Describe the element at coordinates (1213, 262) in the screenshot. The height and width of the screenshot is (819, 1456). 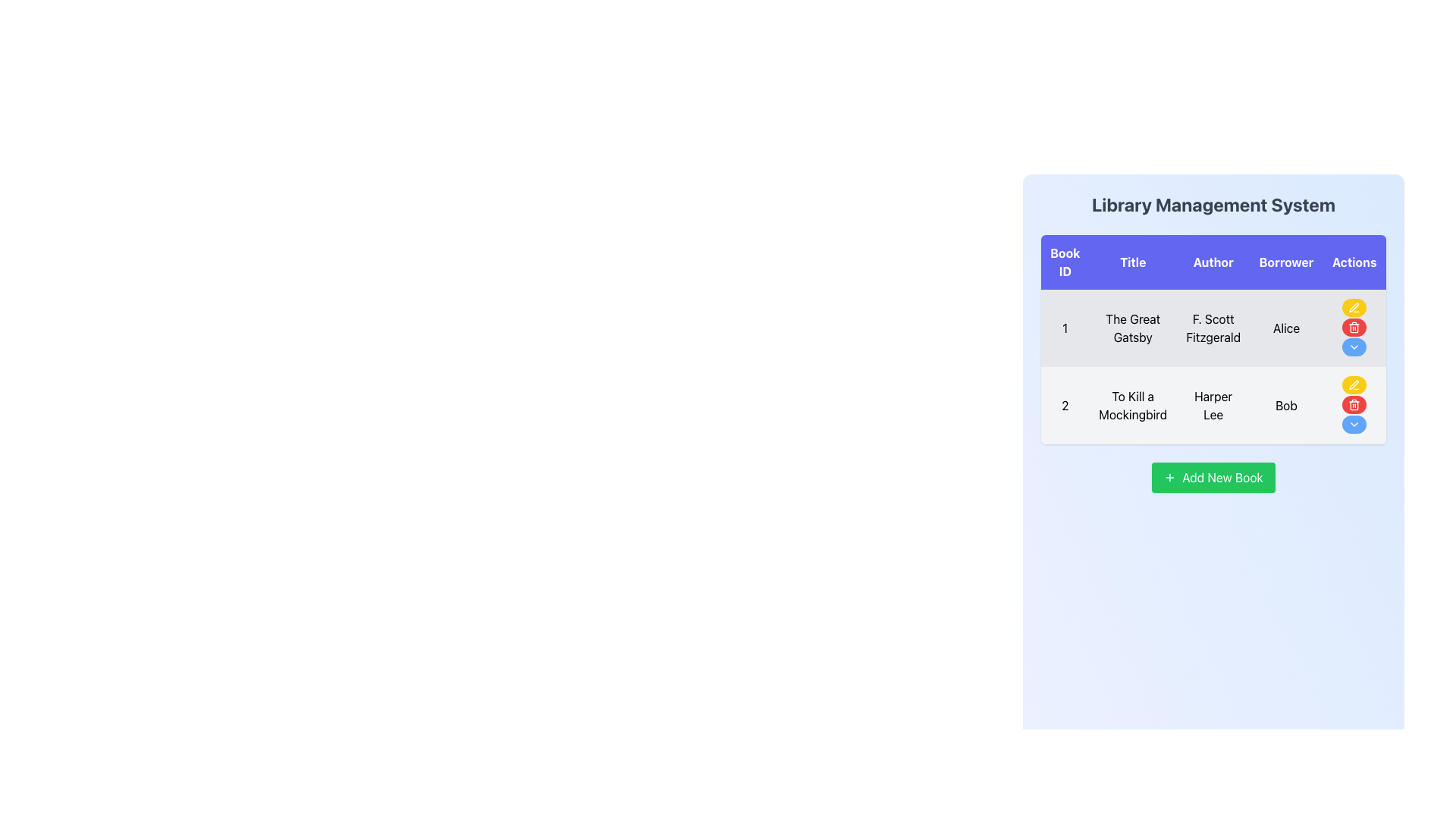
I see `the static header row of the table that labels the columns for book details in the 'Library Management System'` at that location.